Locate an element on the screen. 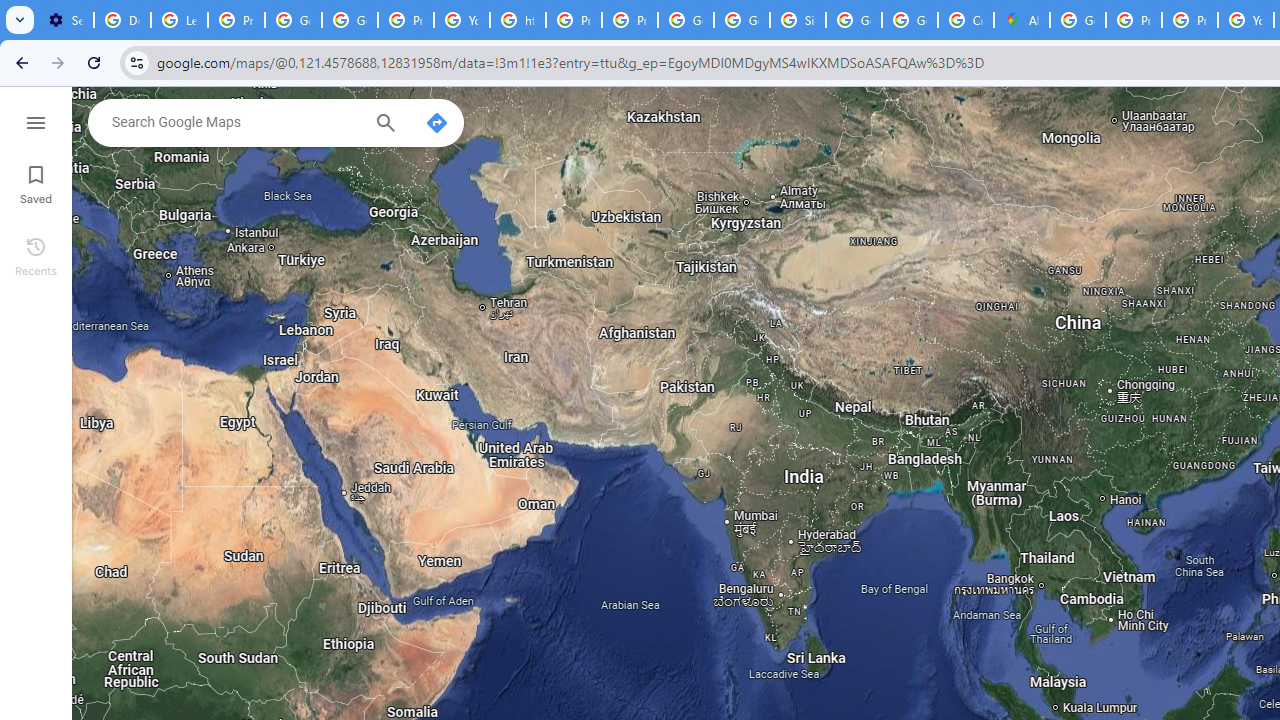 The image size is (1280, 720). 'Menu' is located at coordinates (35, 120).